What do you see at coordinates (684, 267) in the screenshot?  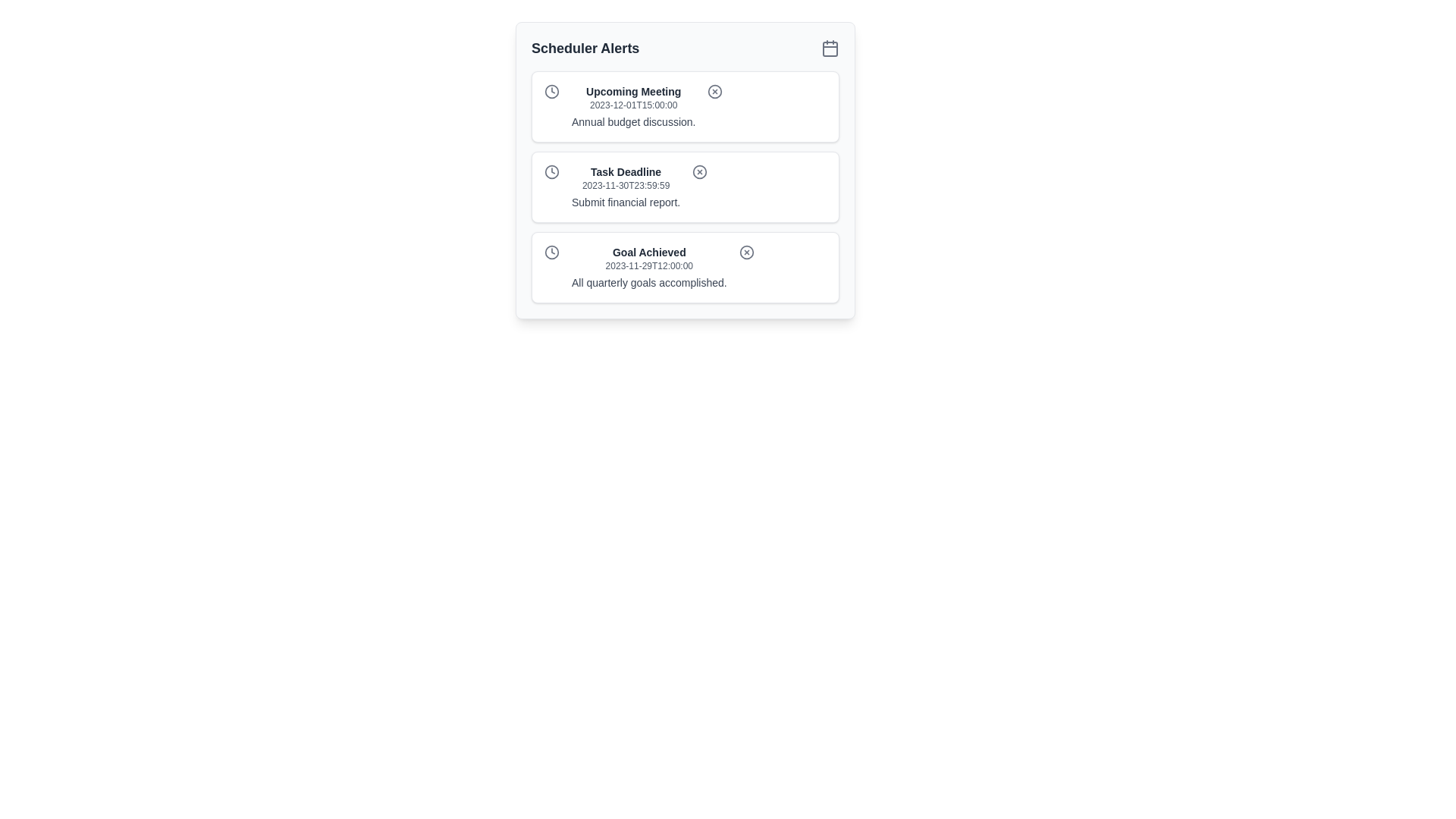 I see `information displayed on the third Informational Card in the 'Scheduler Alerts' section, which provides details about a completed goal` at bounding box center [684, 267].